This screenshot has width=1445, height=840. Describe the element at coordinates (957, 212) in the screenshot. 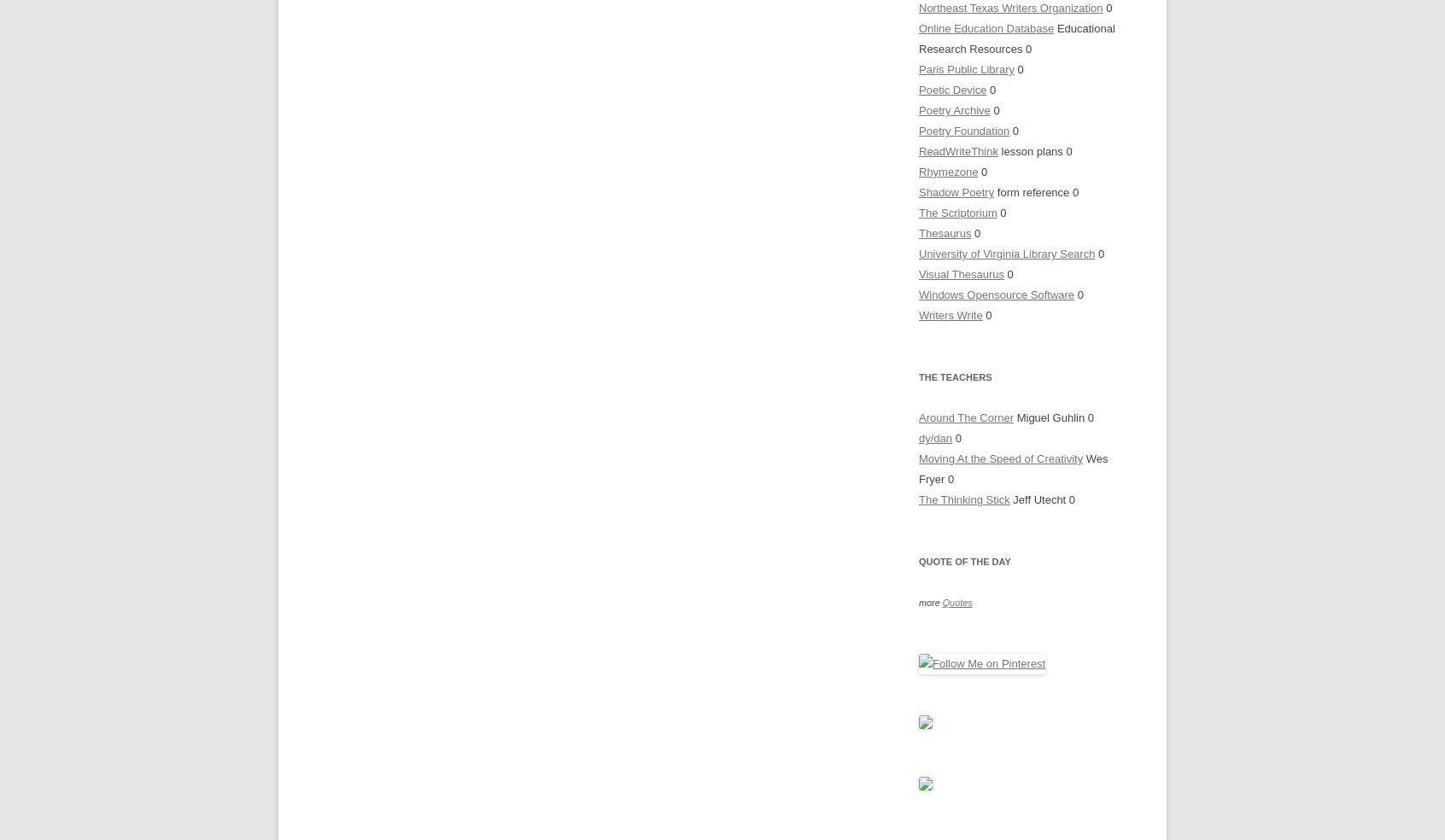

I see `'The Scriptorium'` at that location.